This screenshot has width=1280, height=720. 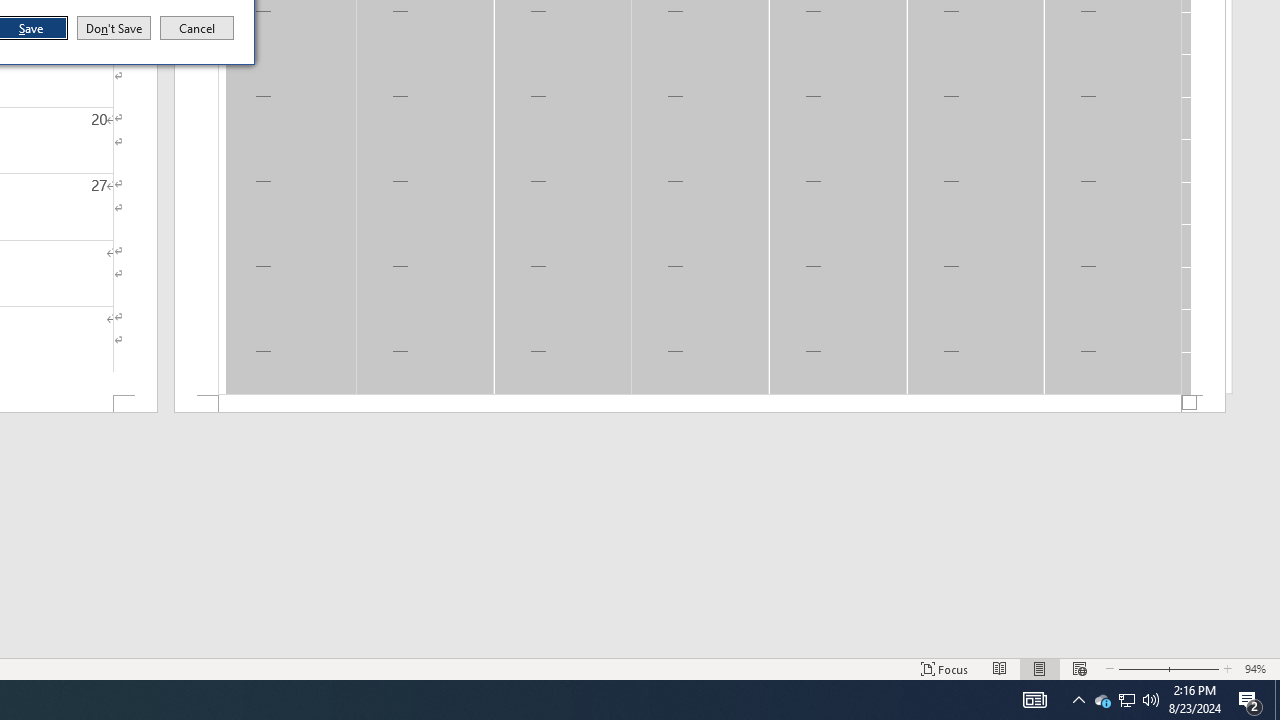 I want to click on 'User Promoted Notification Area', so click(x=1127, y=698).